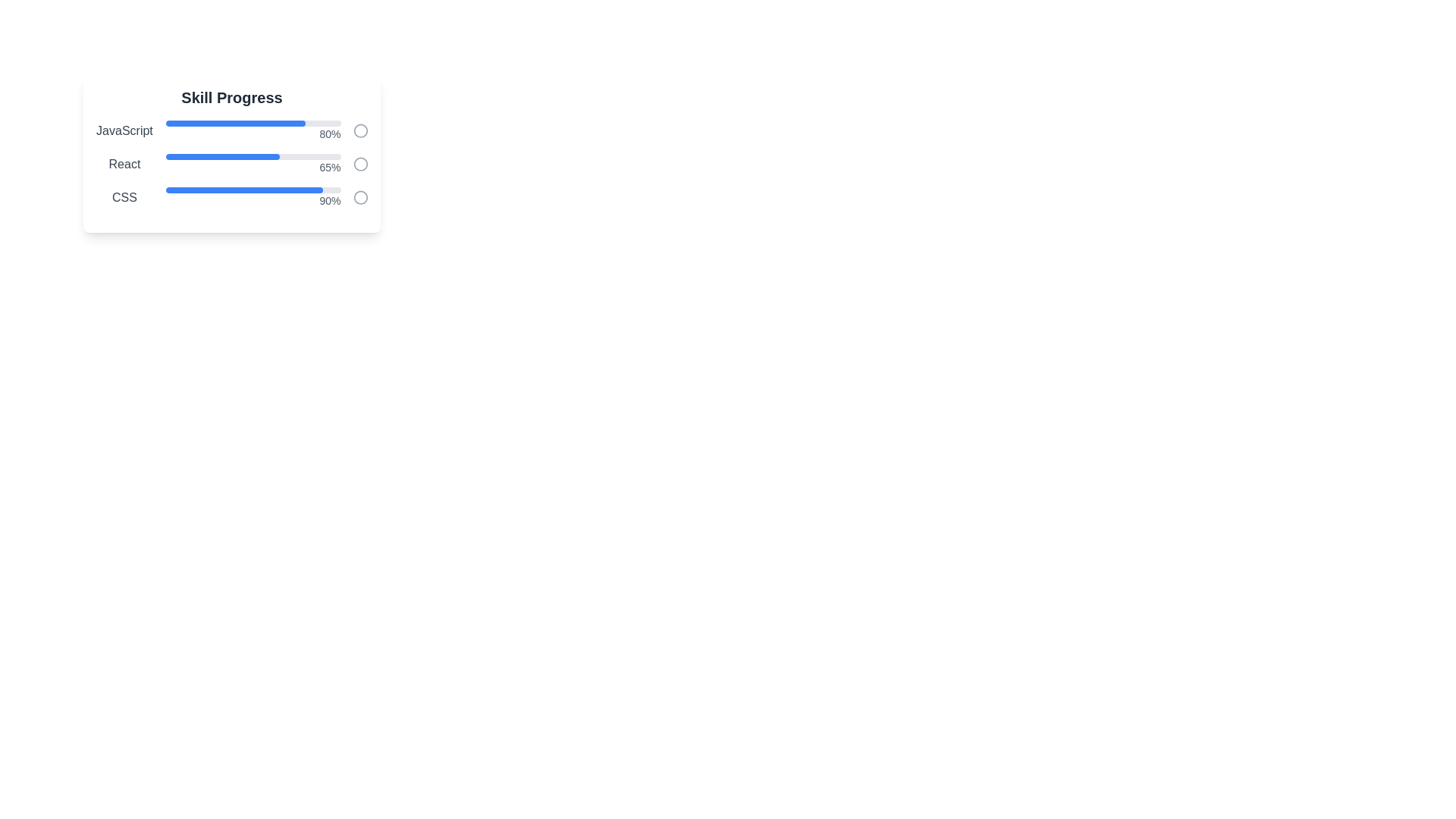 Image resolution: width=1456 pixels, height=819 pixels. Describe the element at coordinates (231, 97) in the screenshot. I see `the text element displaying the title 'Skill Progress' at the top of the skill progress card` at that location.